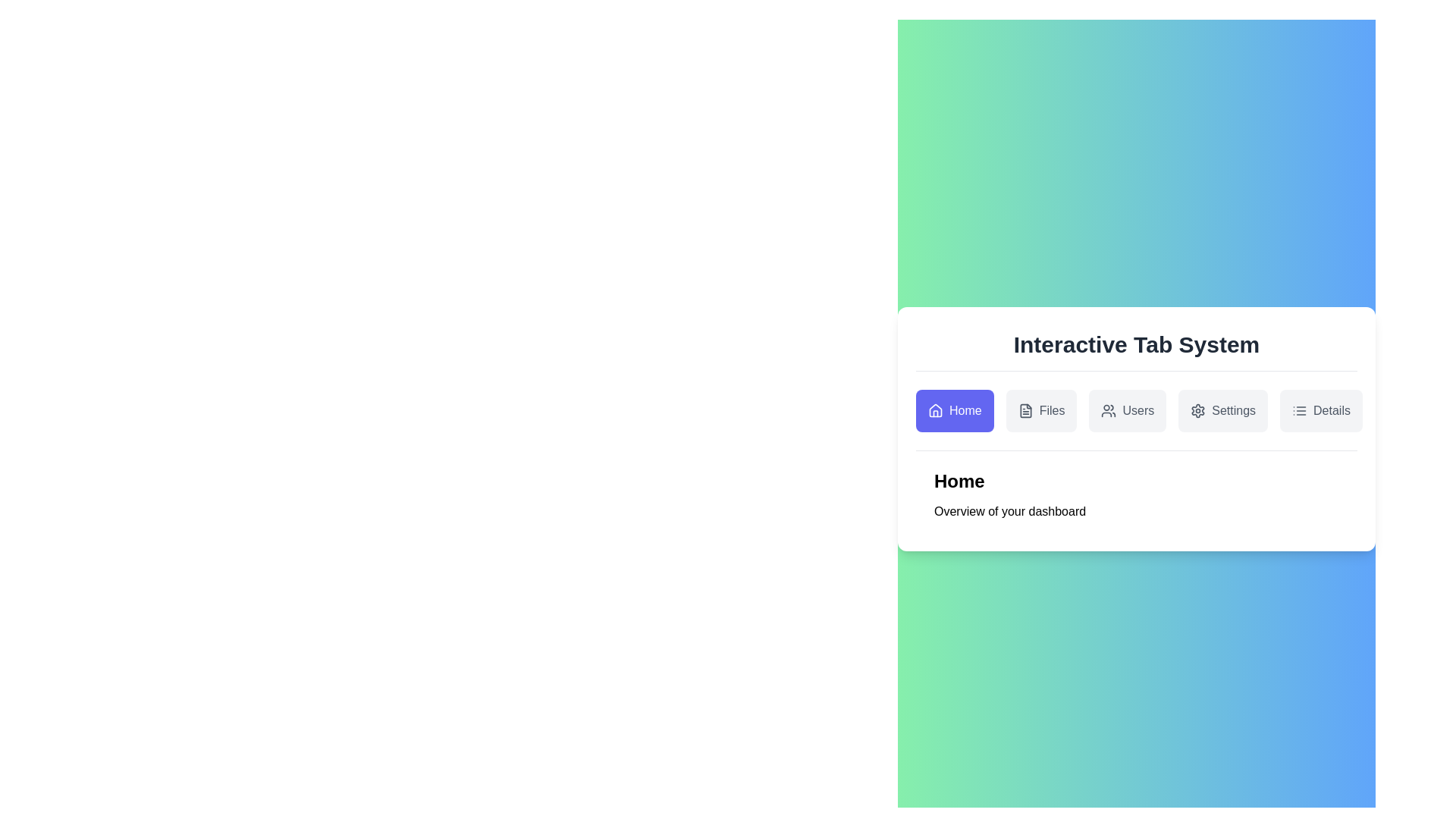 The width and height of the screenshot is (1456, 819). I want to click on properties of the 'Home' textual label within the first navigation tab button, which is located to the right of a house icon, so click(965, 411).